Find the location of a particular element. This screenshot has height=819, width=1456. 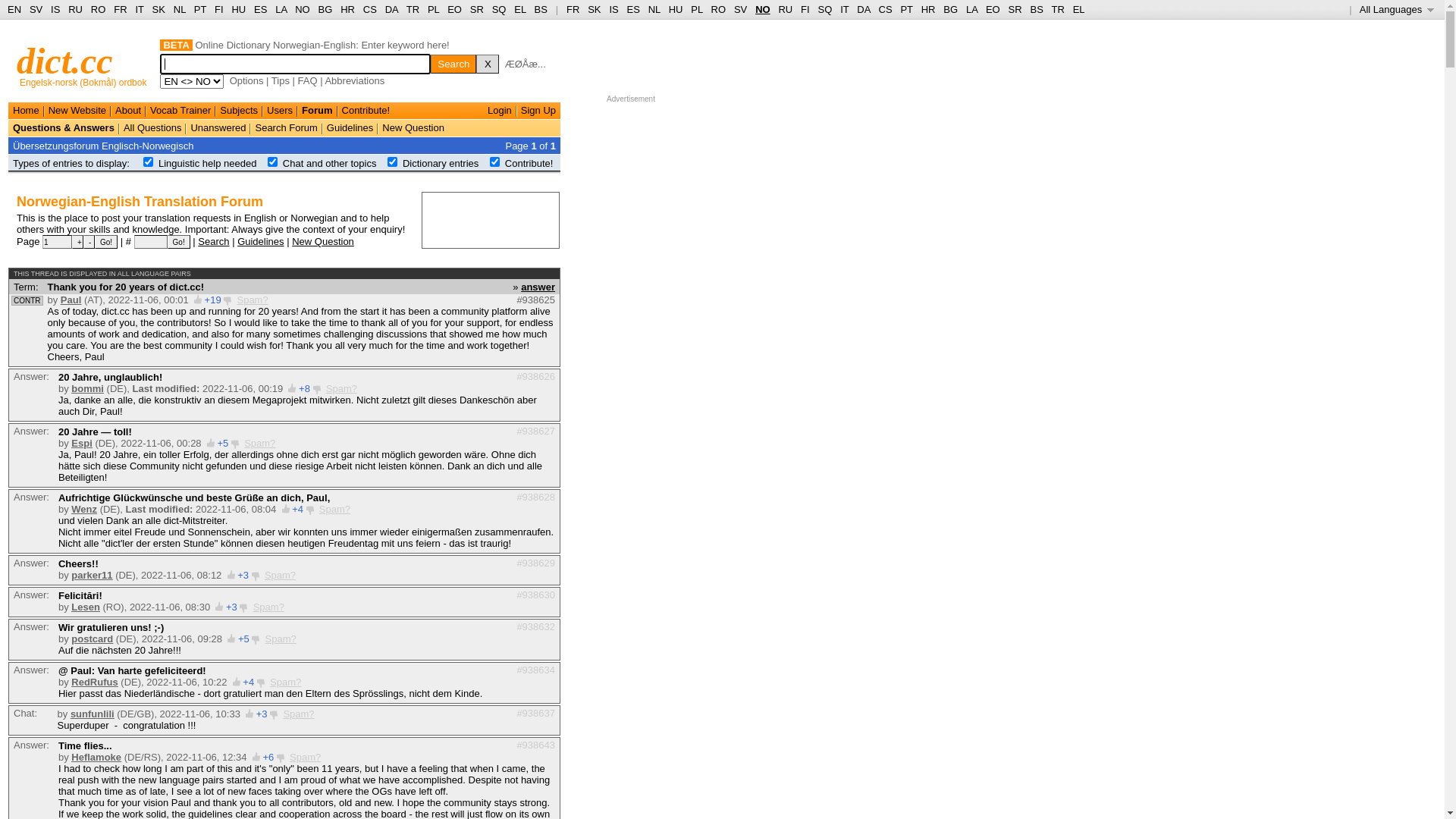

'Questions & Answers' is located at coordinates (62, 127).